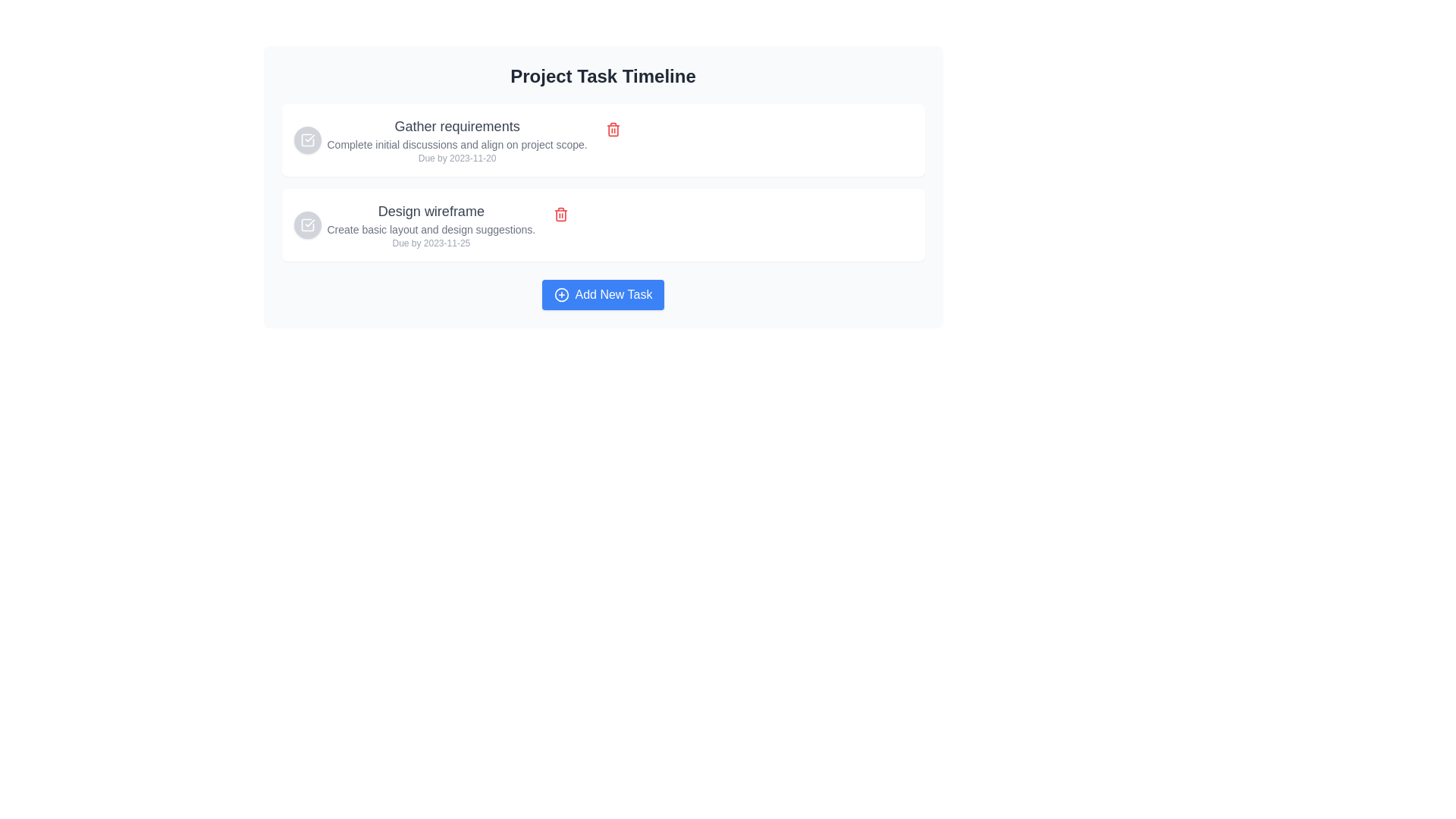  I want to click on the circular button with a light gray background and a white checkmark icon, which is located to the left of the 'Gather requirements' text, so click(306, 140).